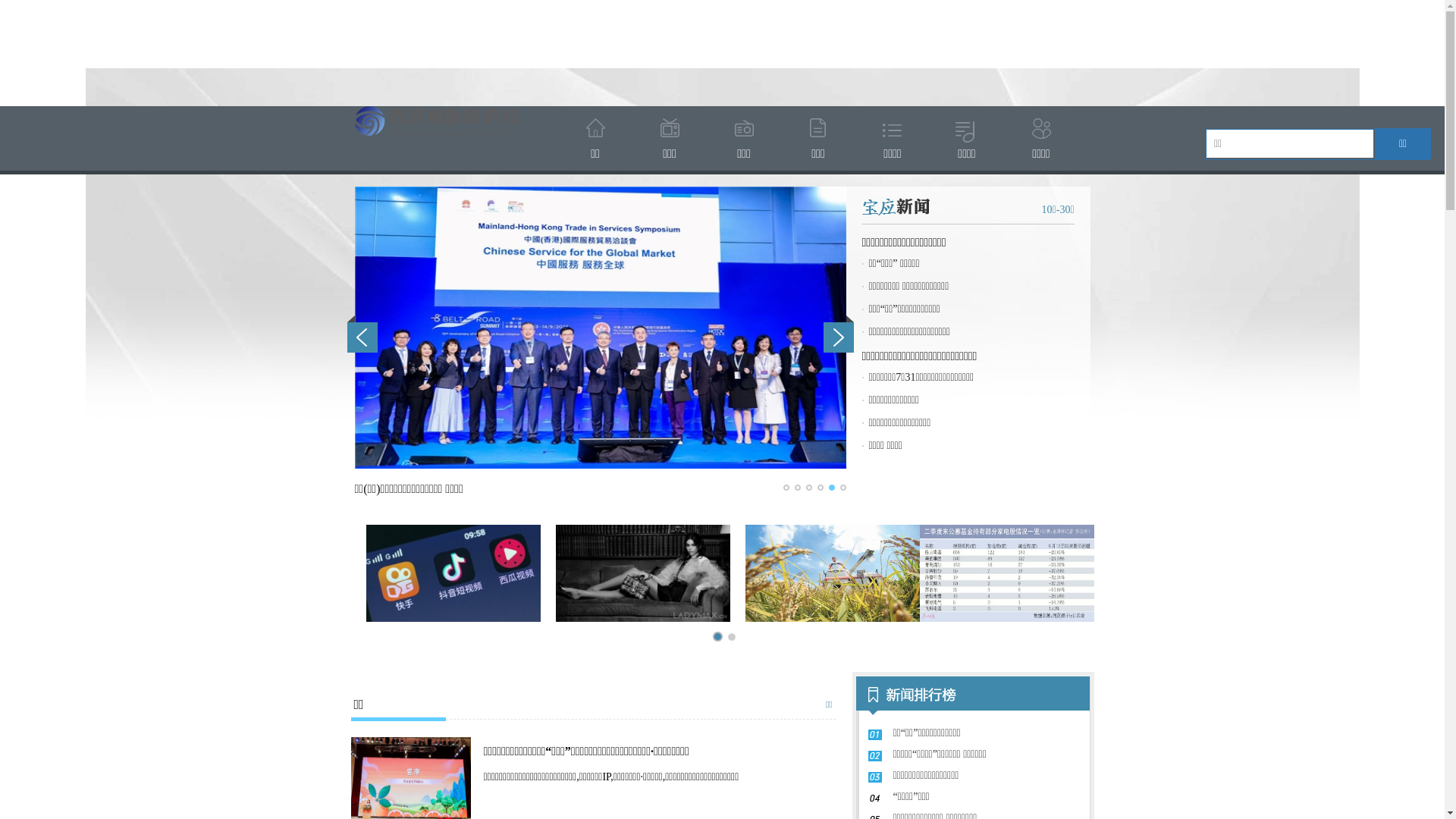 The height and width of the screenshot is (819, 1456). What do you see at coordinates (807, 488) in the screenshot?
I see `'3'` at bounding box center [807, 488].